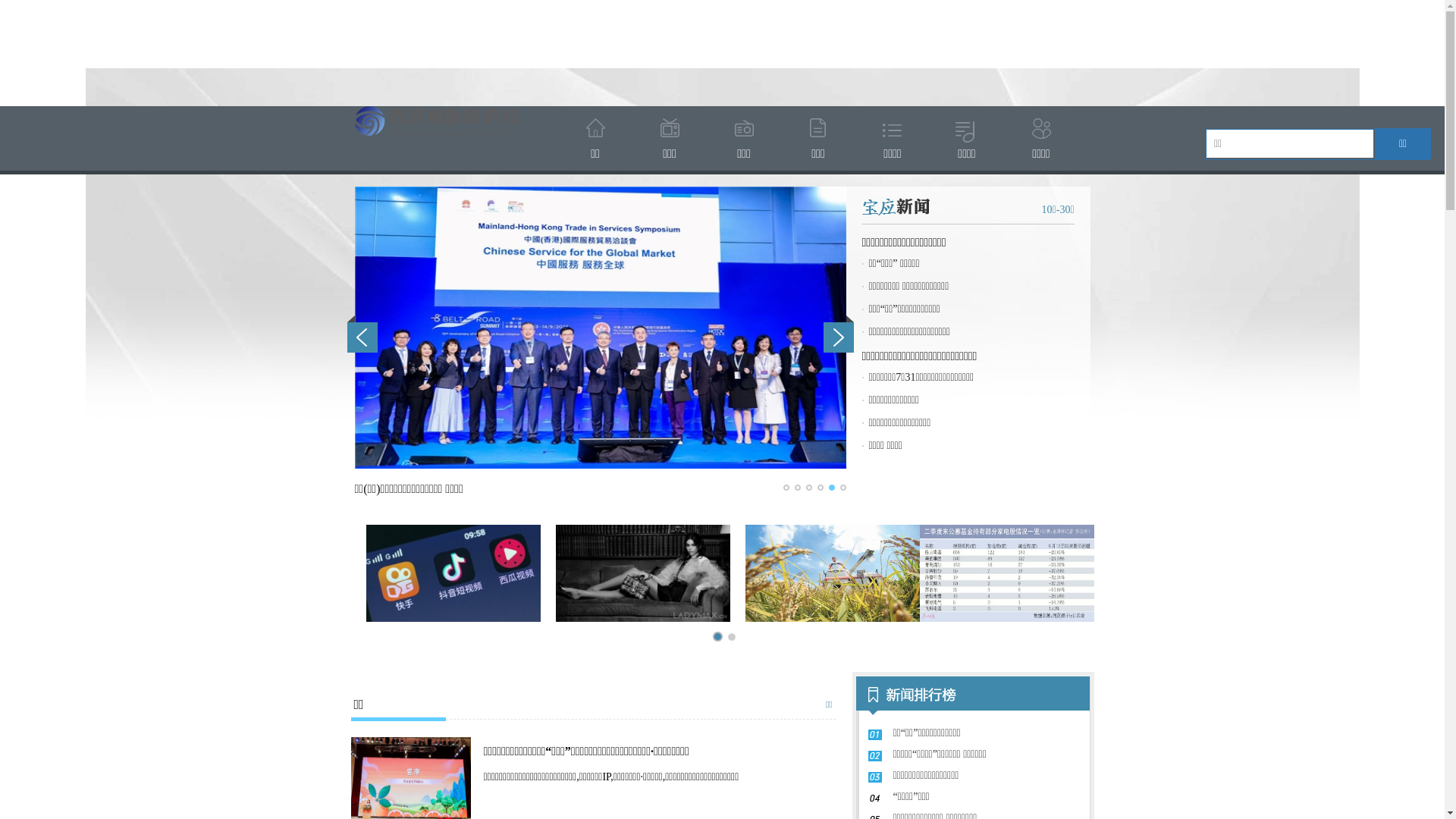 The height and width of the screenshot is (819, 1456). What do you see at coordinates (807, 488) in the screenshot?
I see `'3'` at bounding box center [807, 488].